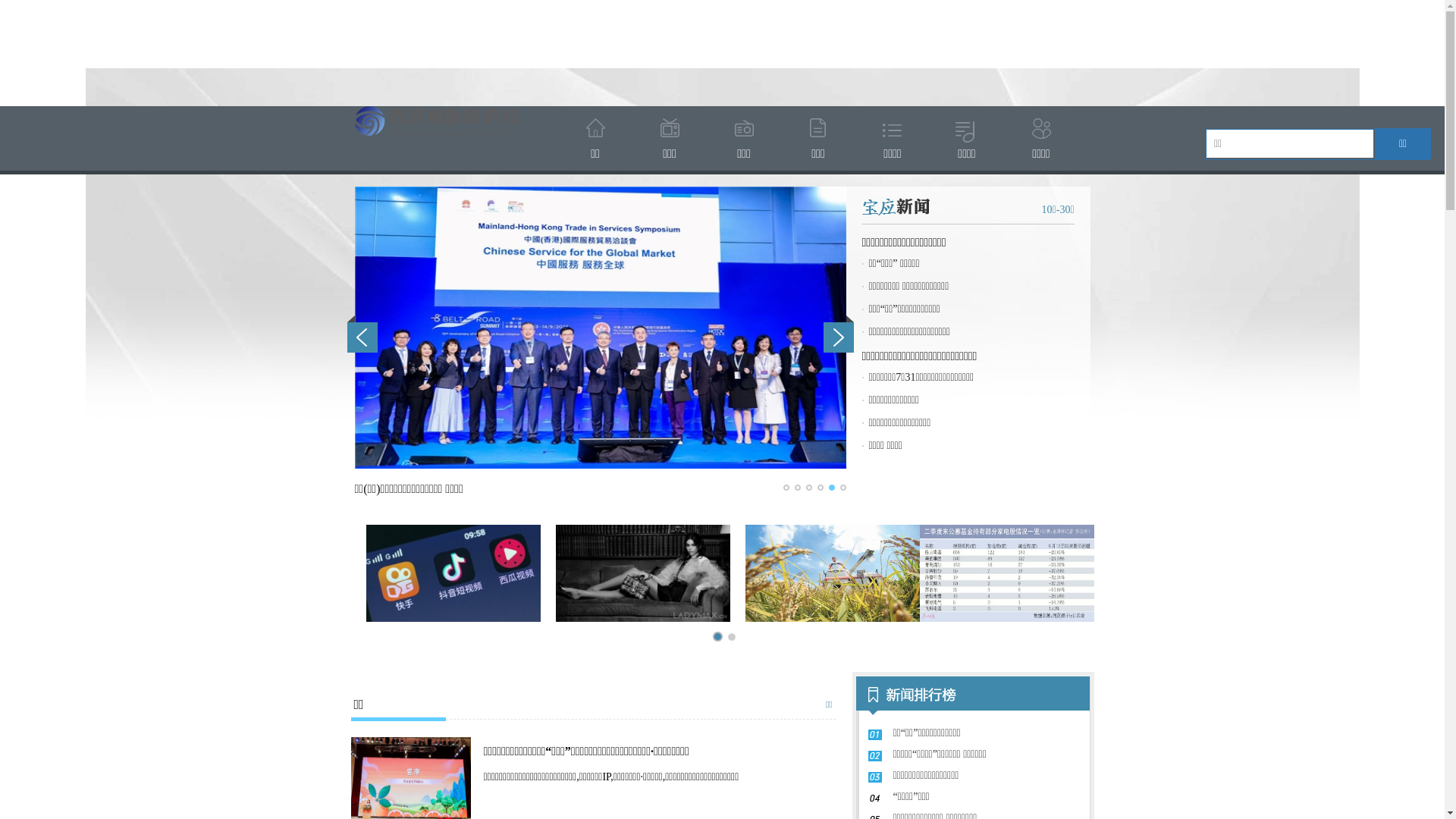 The height and width of the screenshot is (819, 1456). What do you see at coordinates (807, 488) in the screenshot?
I see `'3'` at bounding box center [807, 488].